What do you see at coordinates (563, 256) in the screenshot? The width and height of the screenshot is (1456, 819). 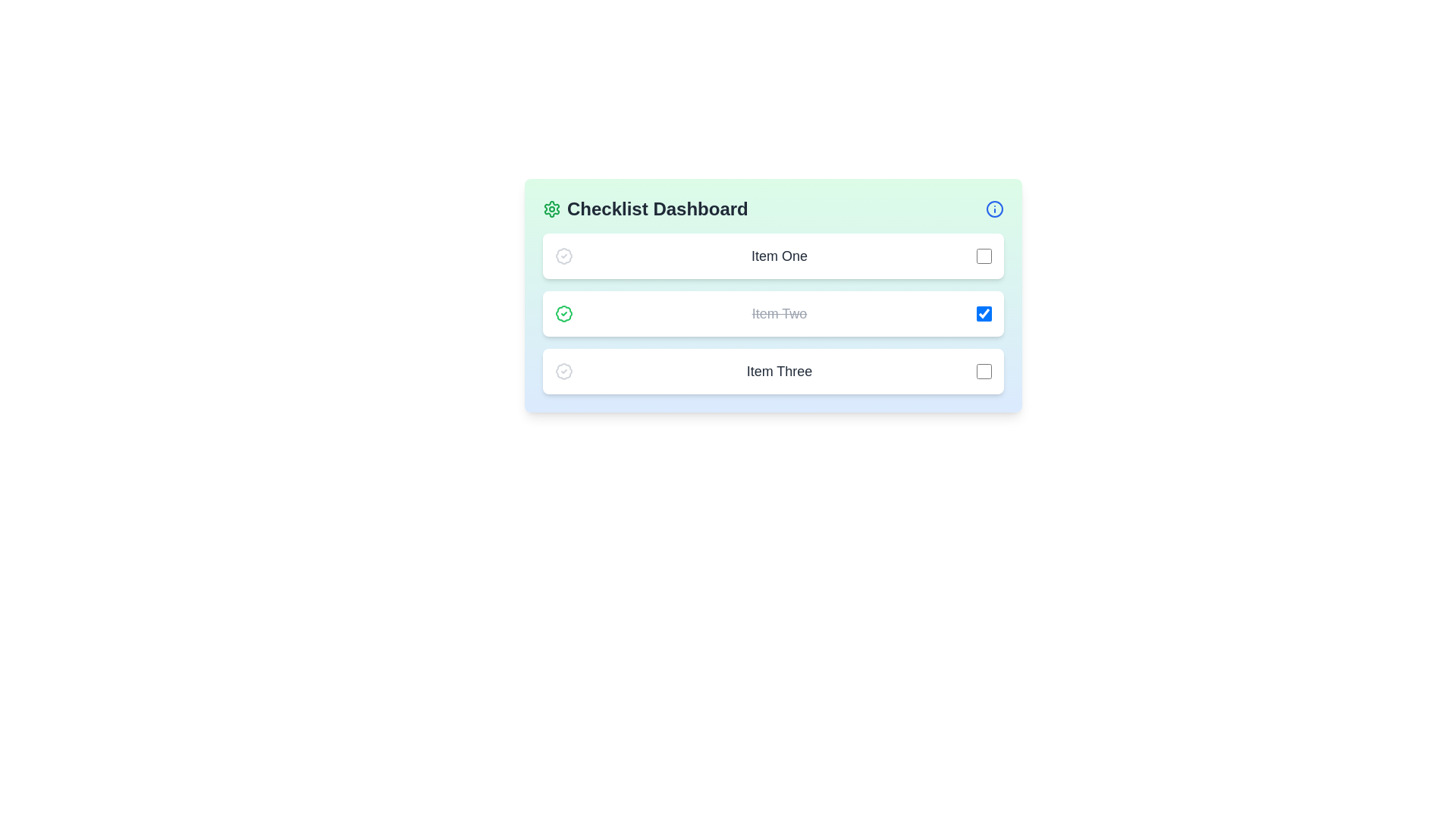 I see `the graphical icon or status badge located to the left of the 'Item One' row to associate its meaning with that row` at bounding box center [563, 256].